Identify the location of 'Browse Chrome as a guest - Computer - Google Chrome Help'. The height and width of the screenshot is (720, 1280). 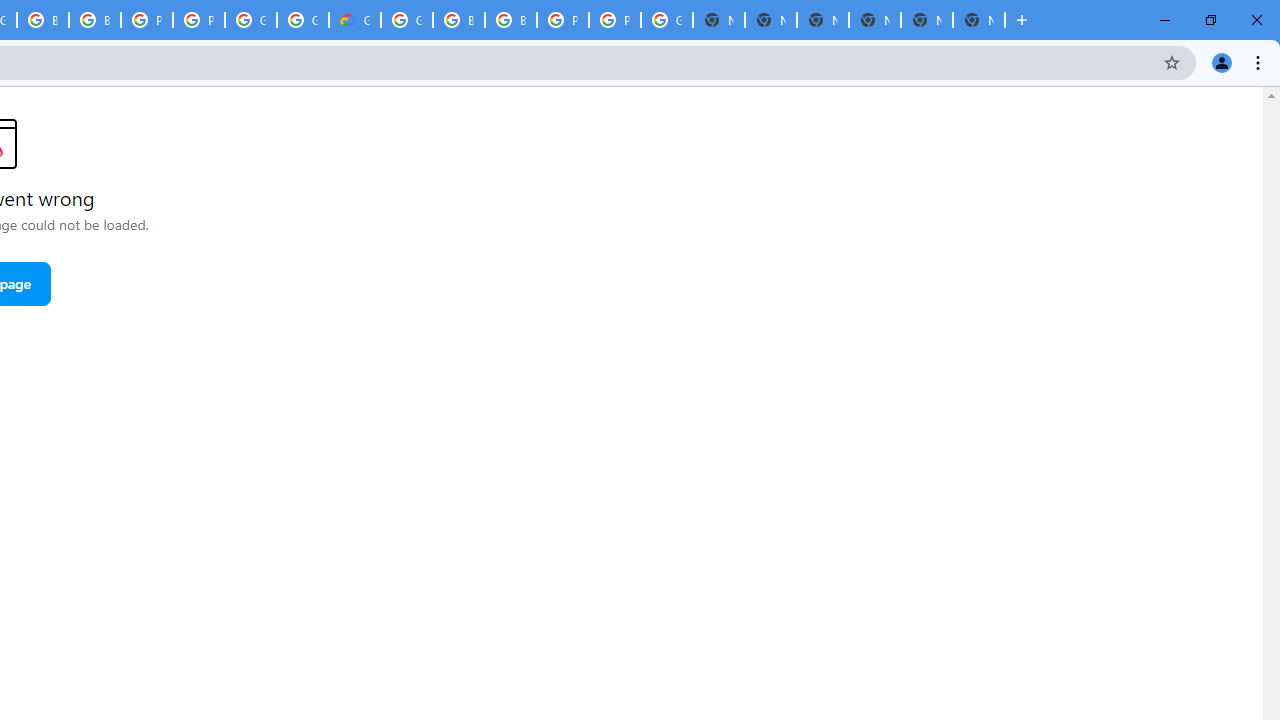
(42, 20).